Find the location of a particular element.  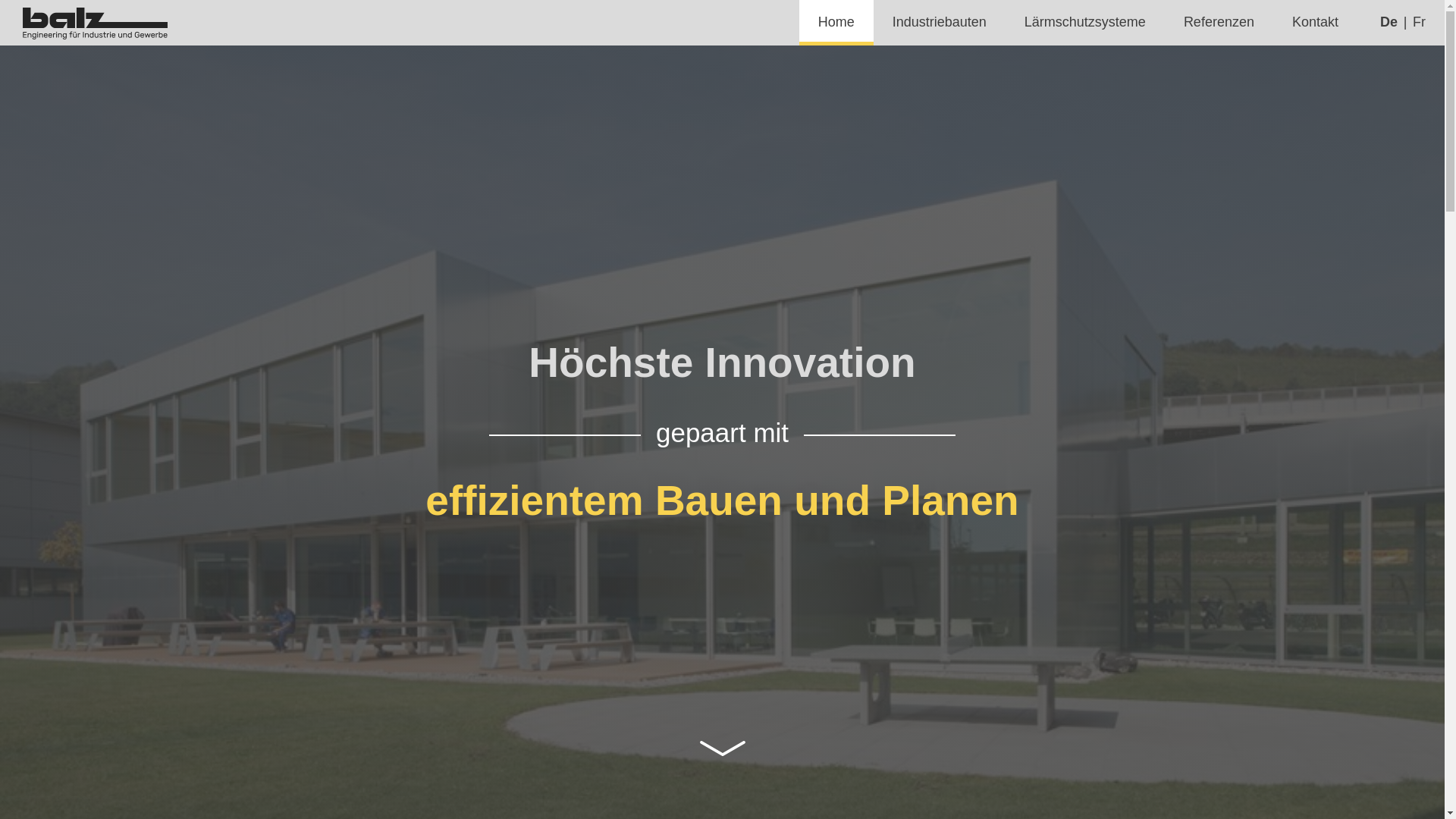

'De' is located at coordinates (1389, 23).